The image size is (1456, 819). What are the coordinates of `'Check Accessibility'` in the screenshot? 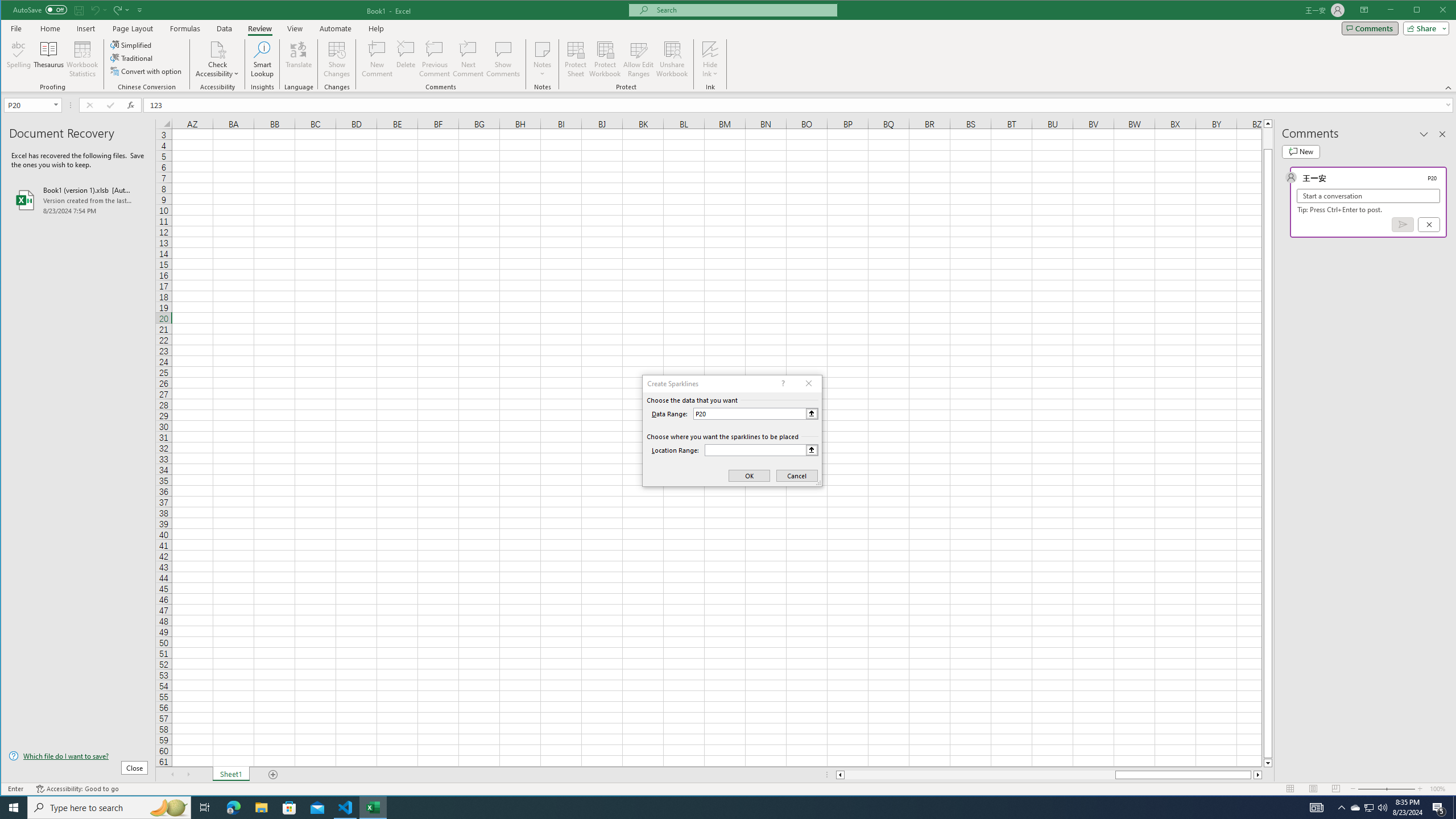 It's located at (217, 59).